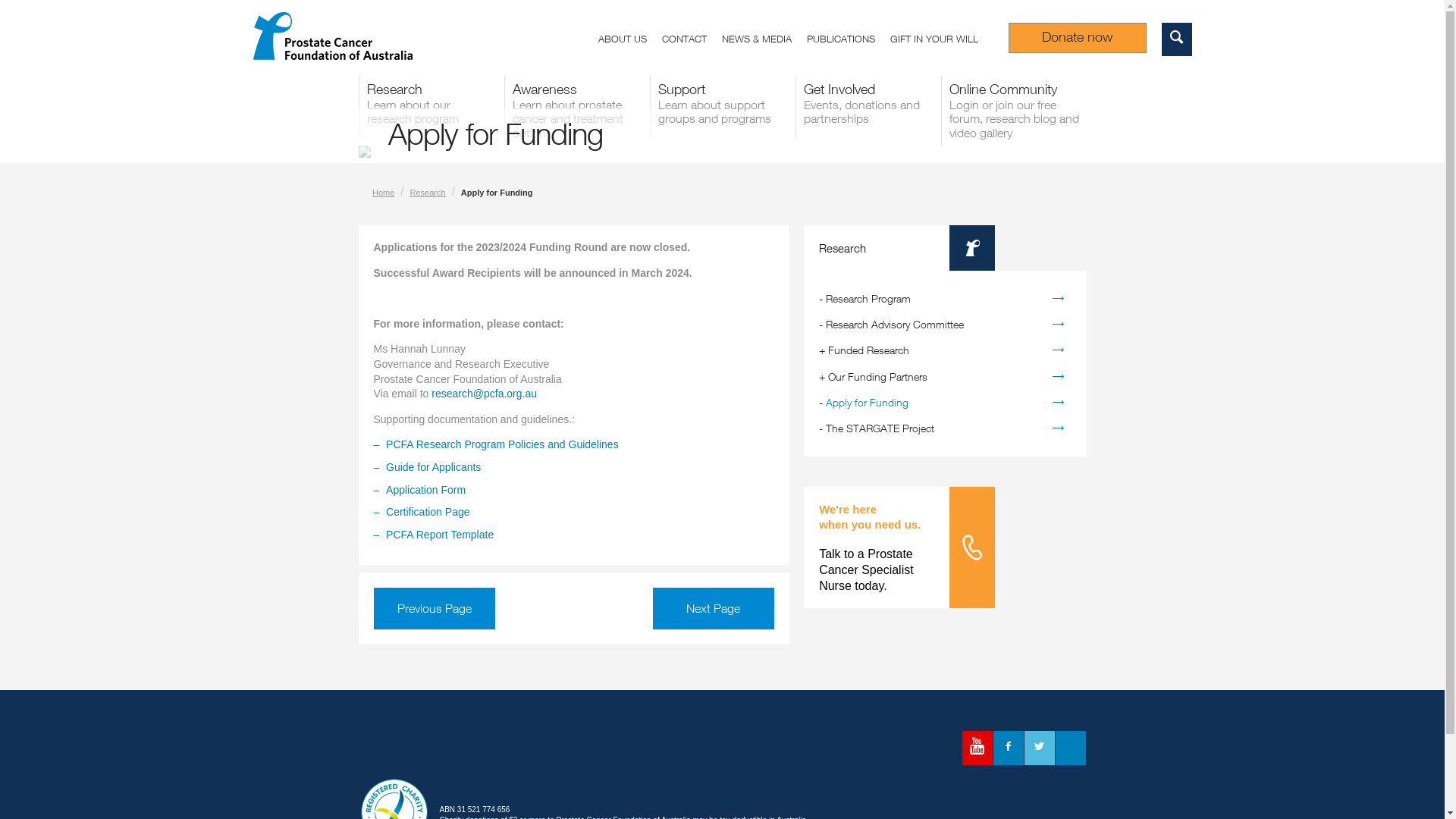 Image resolution: width=1456 pixels, height=819 pixels. I want to click on 'NEWS & MEDIA', so click(764, 40).